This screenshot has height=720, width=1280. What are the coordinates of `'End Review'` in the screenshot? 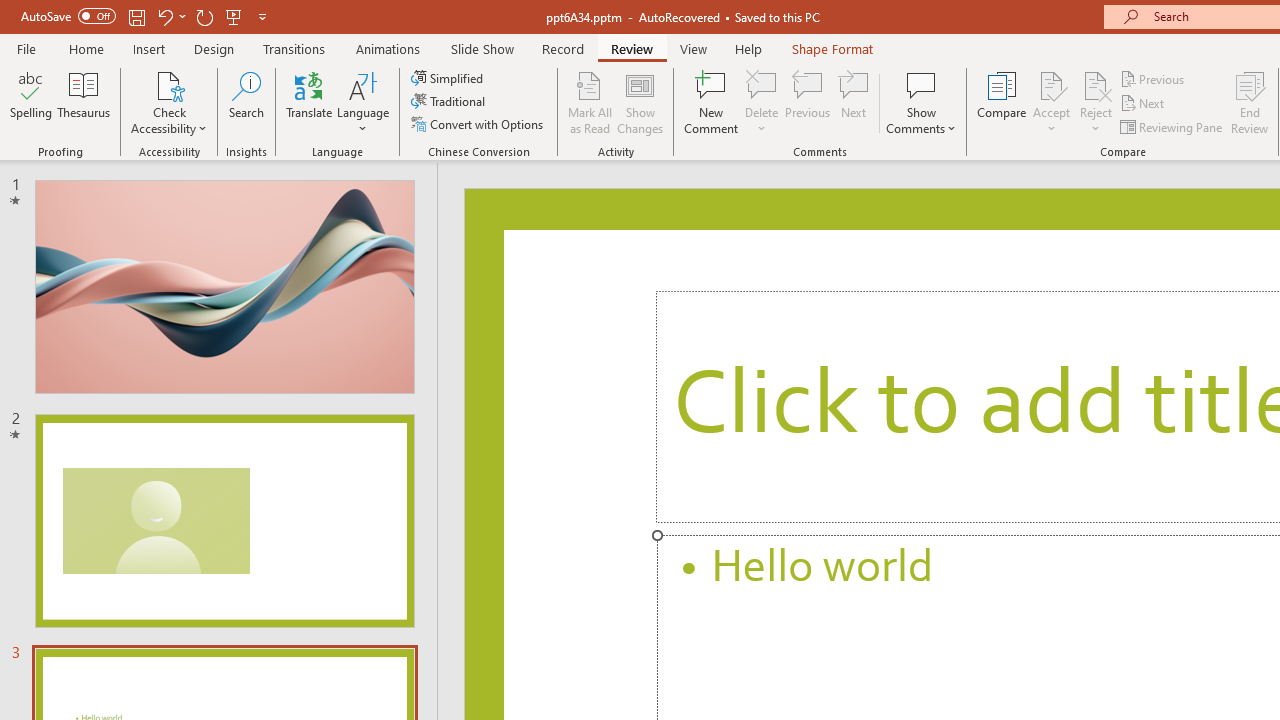 It's located at (1248, 103).